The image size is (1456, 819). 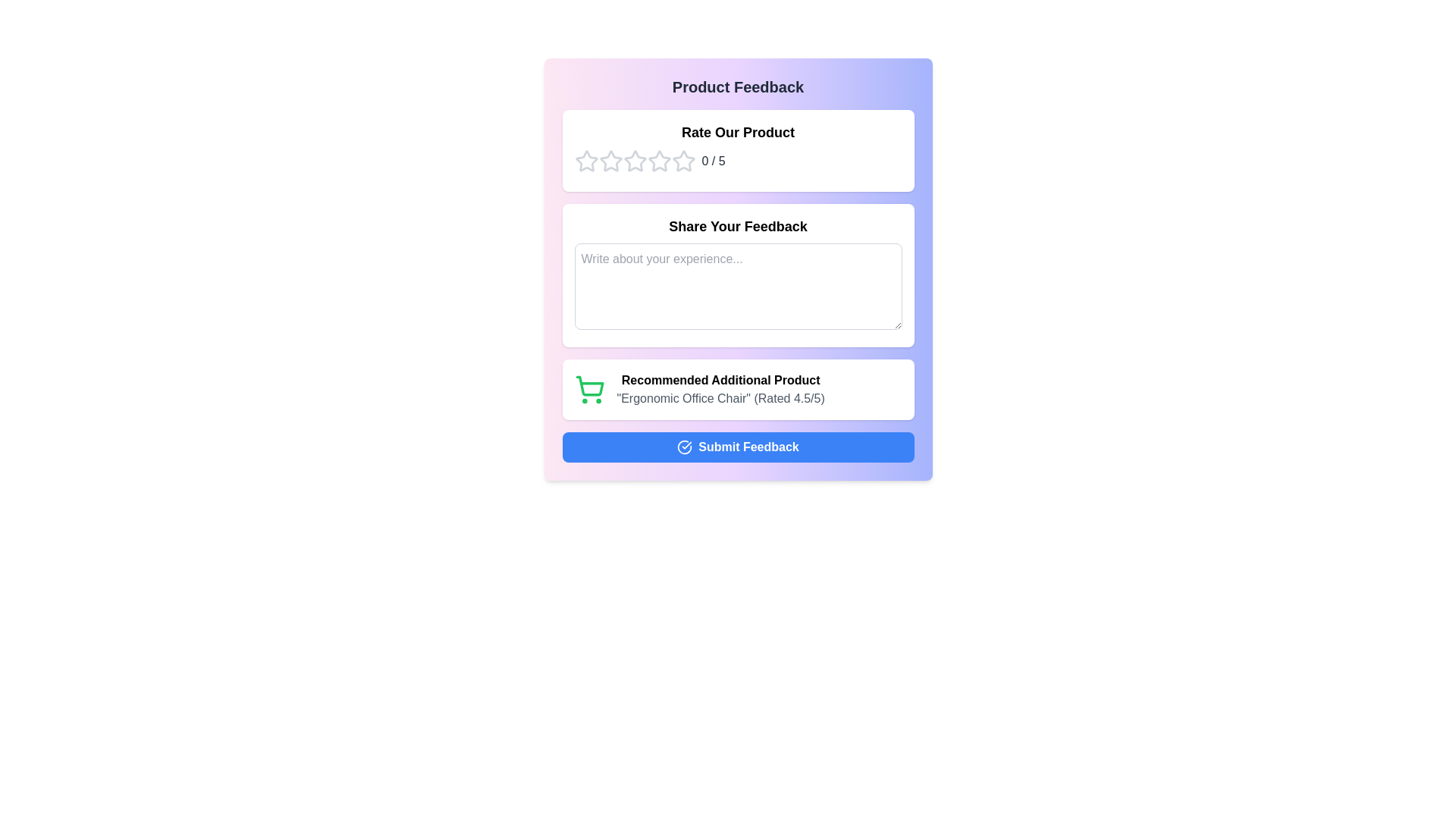 I want to click on the confirmation icon located within the blue 'Submit Feedback' button, which indicates the action of submission, so click(x=684, y=447).